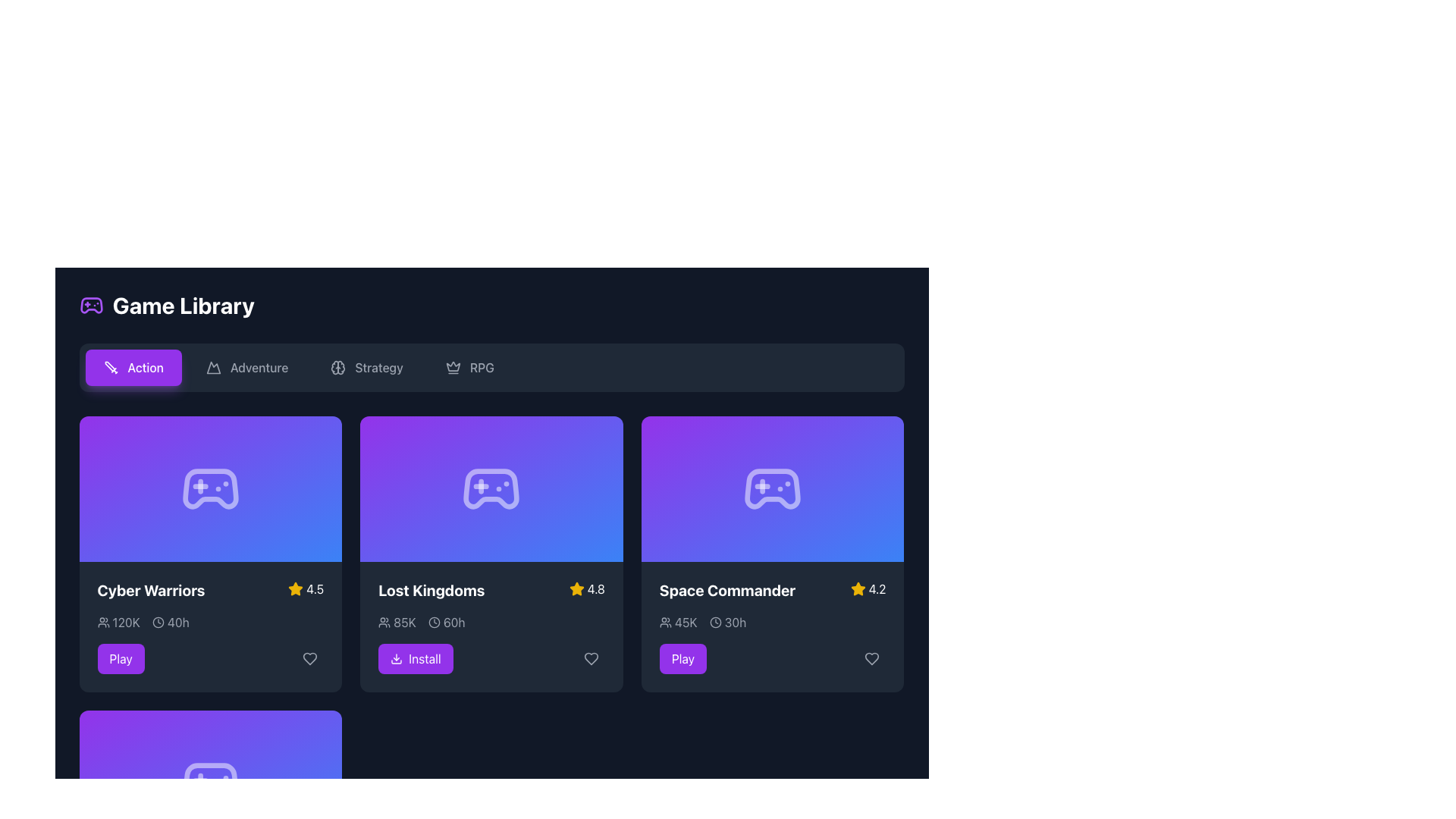 The width and height of the screenshot is (1456, 819). I want to click on the 'Strategy' text label in the dark-themed navigation bar, so click(378, 368).